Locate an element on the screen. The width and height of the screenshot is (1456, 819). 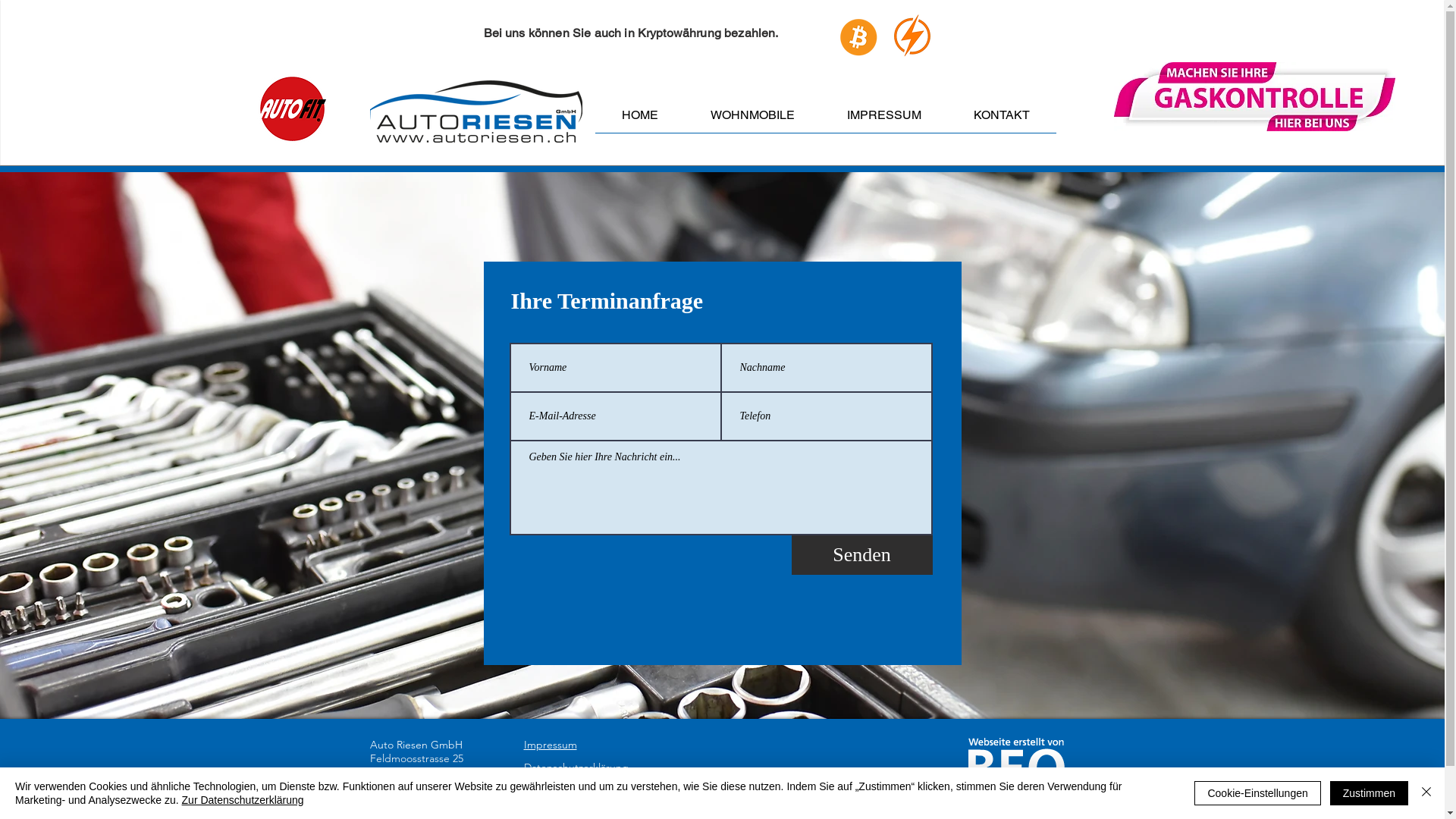
'Zustimmen' is located at coordinates (1369, 792).